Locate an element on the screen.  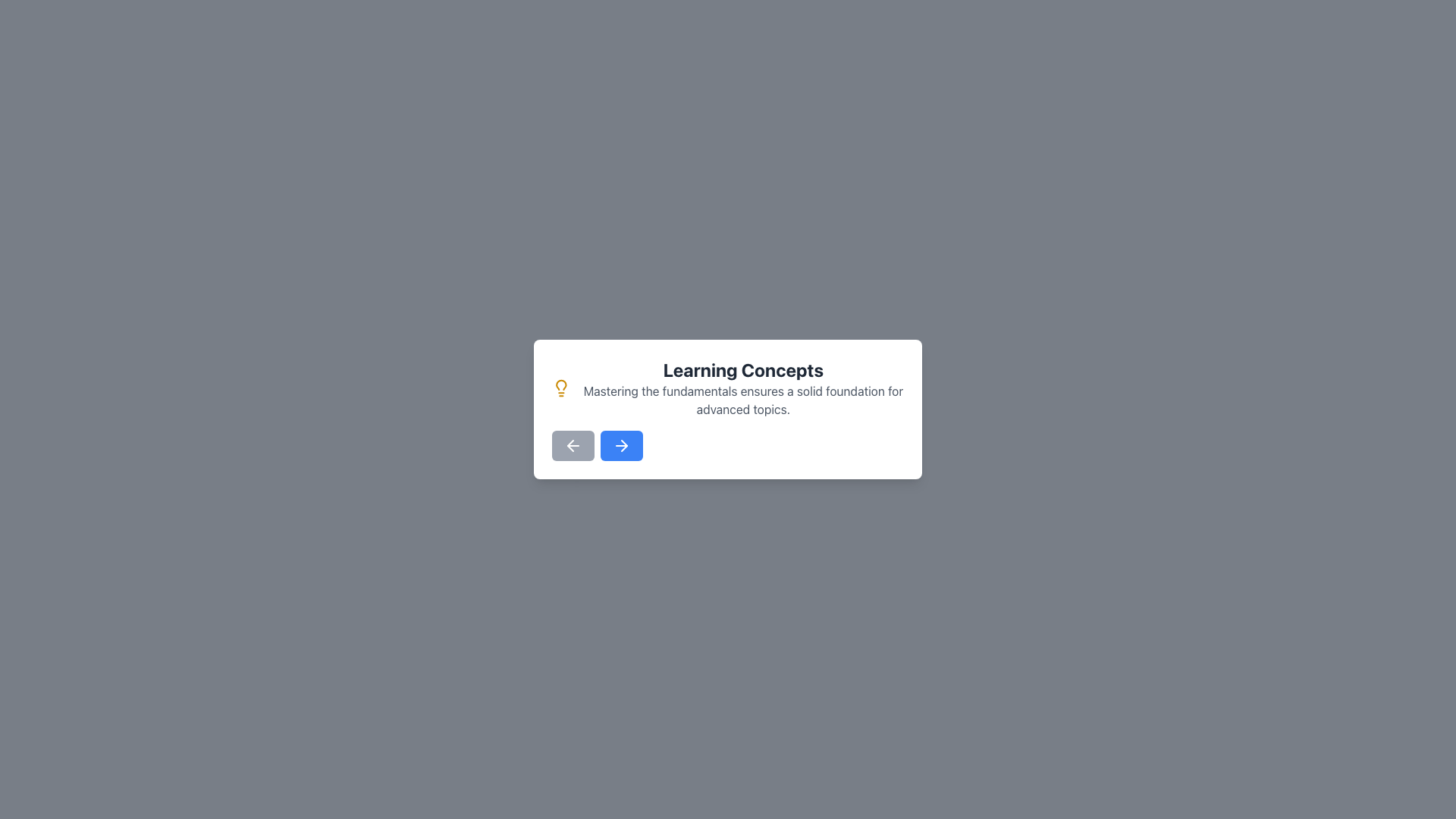
the blue button containing a rightward arrow vector graphic is located at coordinates (622, 444).